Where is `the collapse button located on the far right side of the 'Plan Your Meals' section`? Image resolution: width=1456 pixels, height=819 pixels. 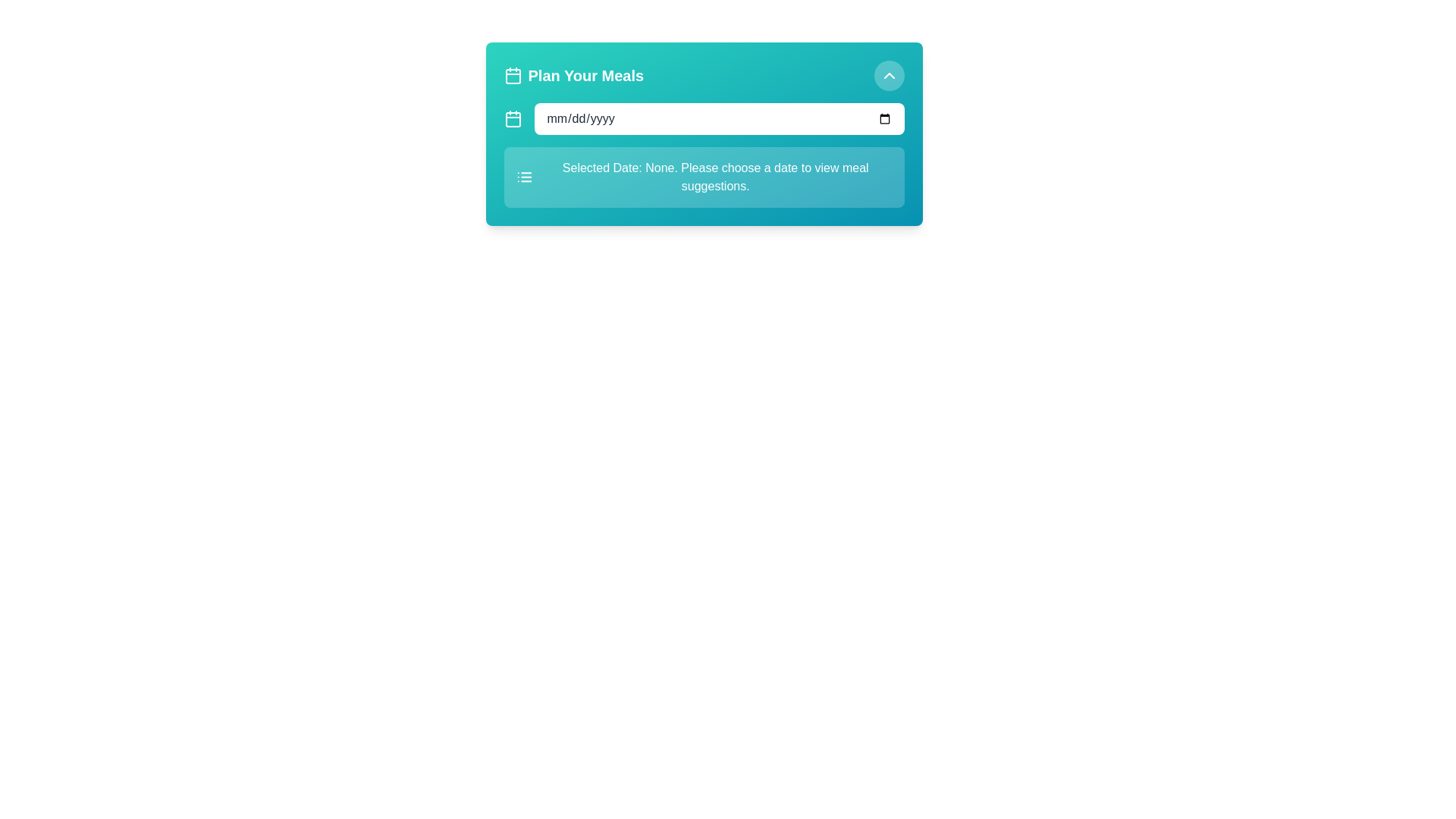
the collapse button located on the far right side of the 'Plan Your Meals' section is located at coordinates (889, 76).